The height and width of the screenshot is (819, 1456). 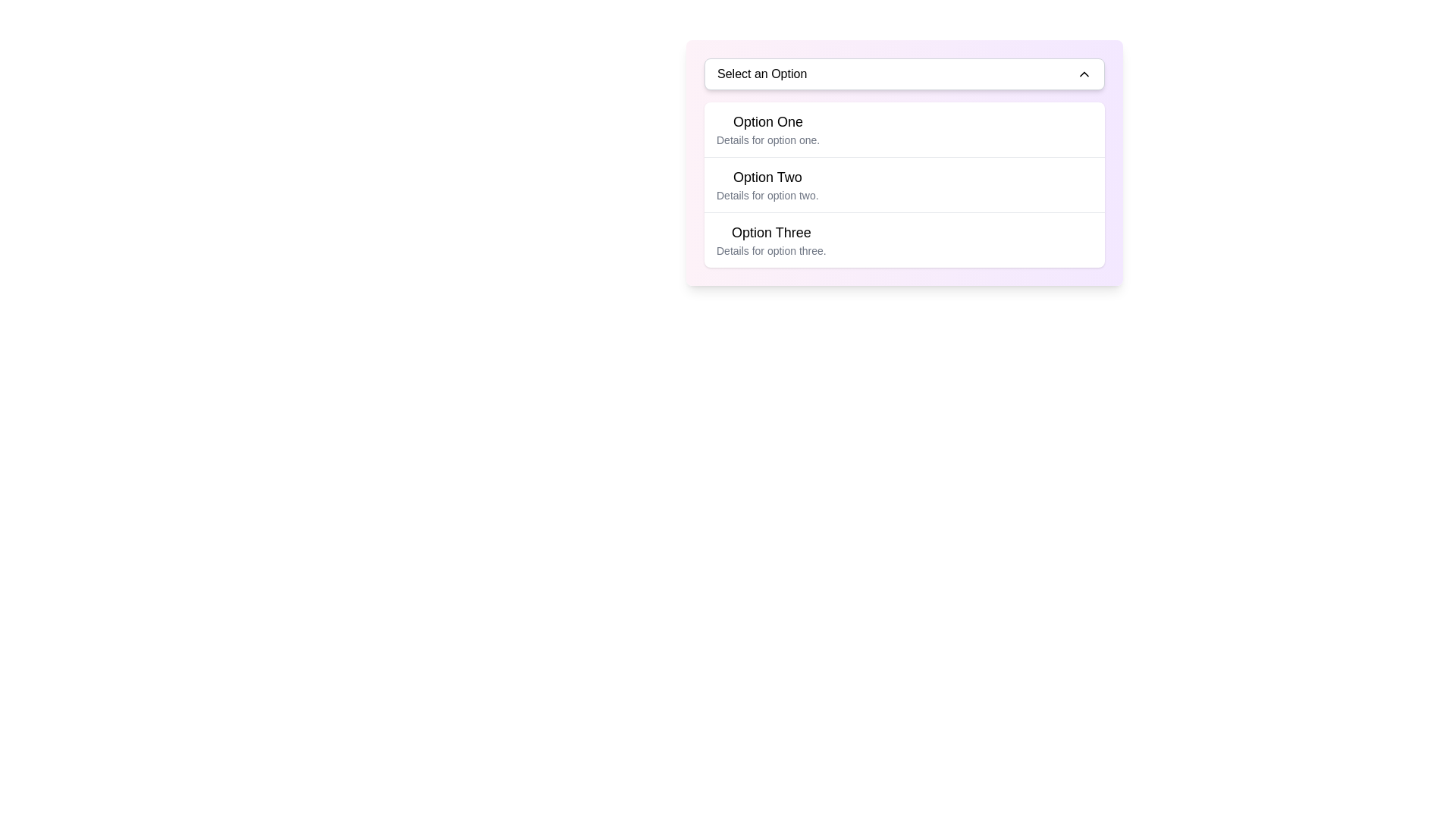 I want to click on the first selectable option 'Option One' in the drop-down menu list, so click(x=905, y=128).